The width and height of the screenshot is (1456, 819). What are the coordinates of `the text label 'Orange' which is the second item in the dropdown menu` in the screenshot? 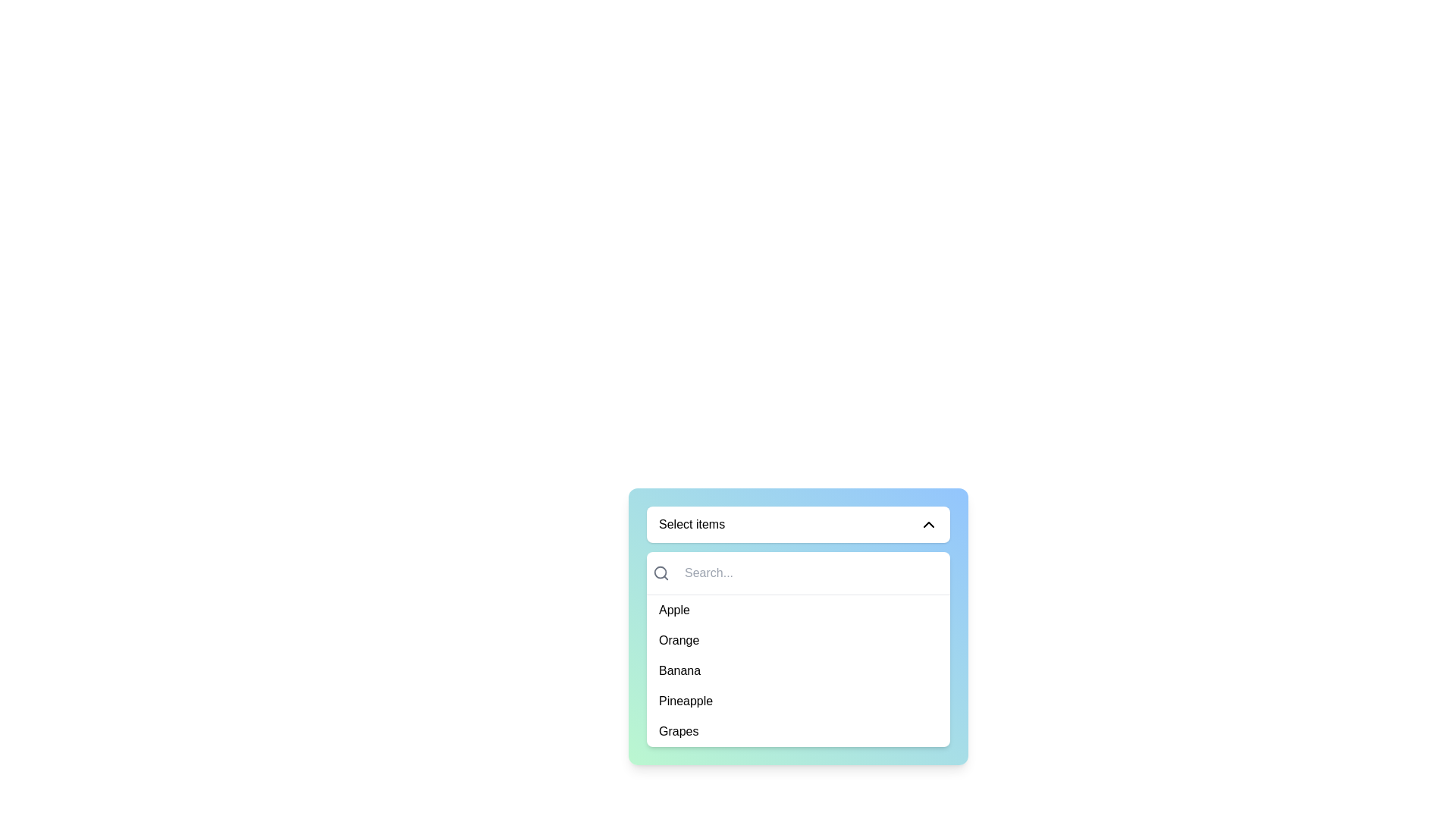 It's located at (678, 640).